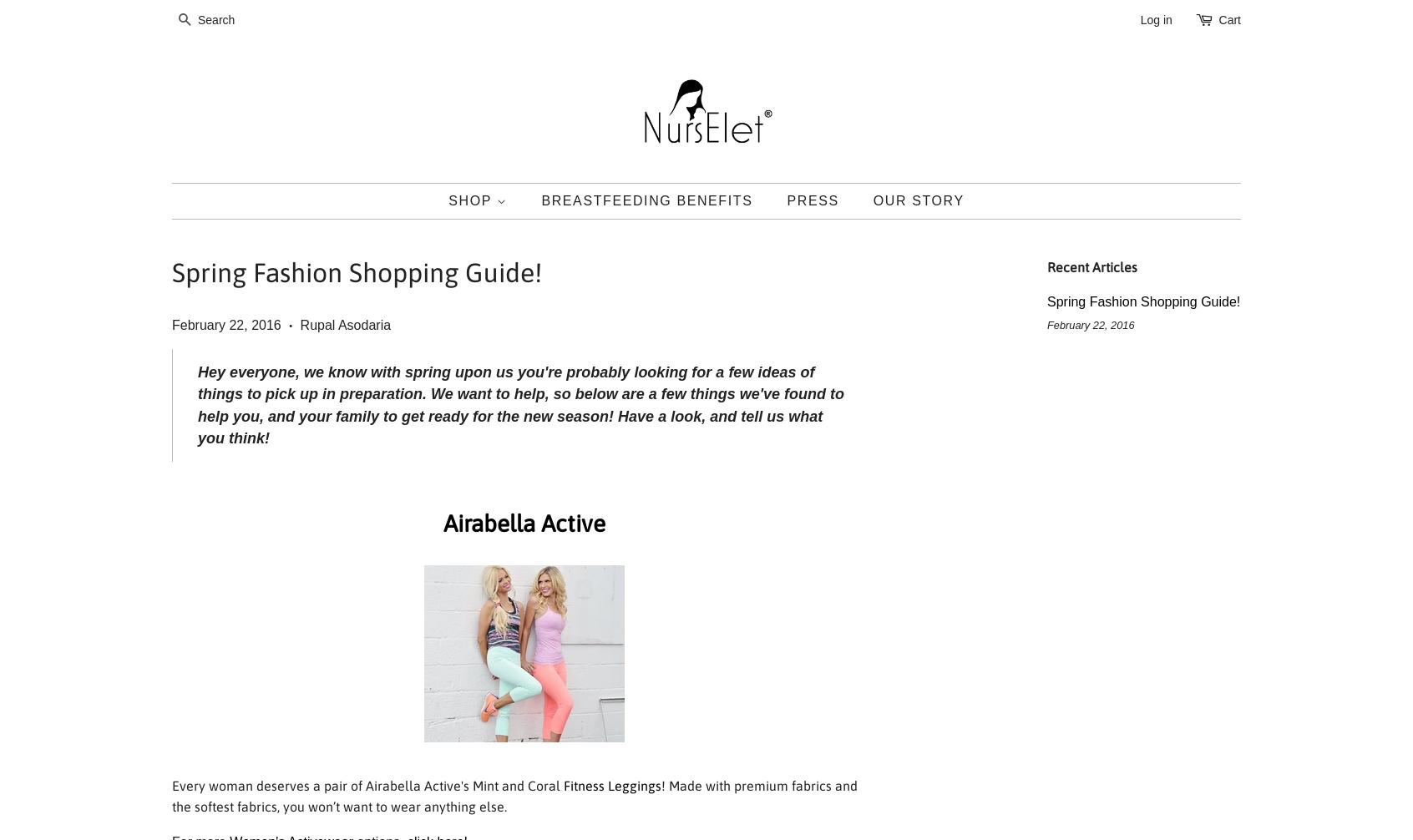  What do you see at coordinates (471, 200) in the screenshot?
I see `'Shop'` at bounding box center [471, 200].